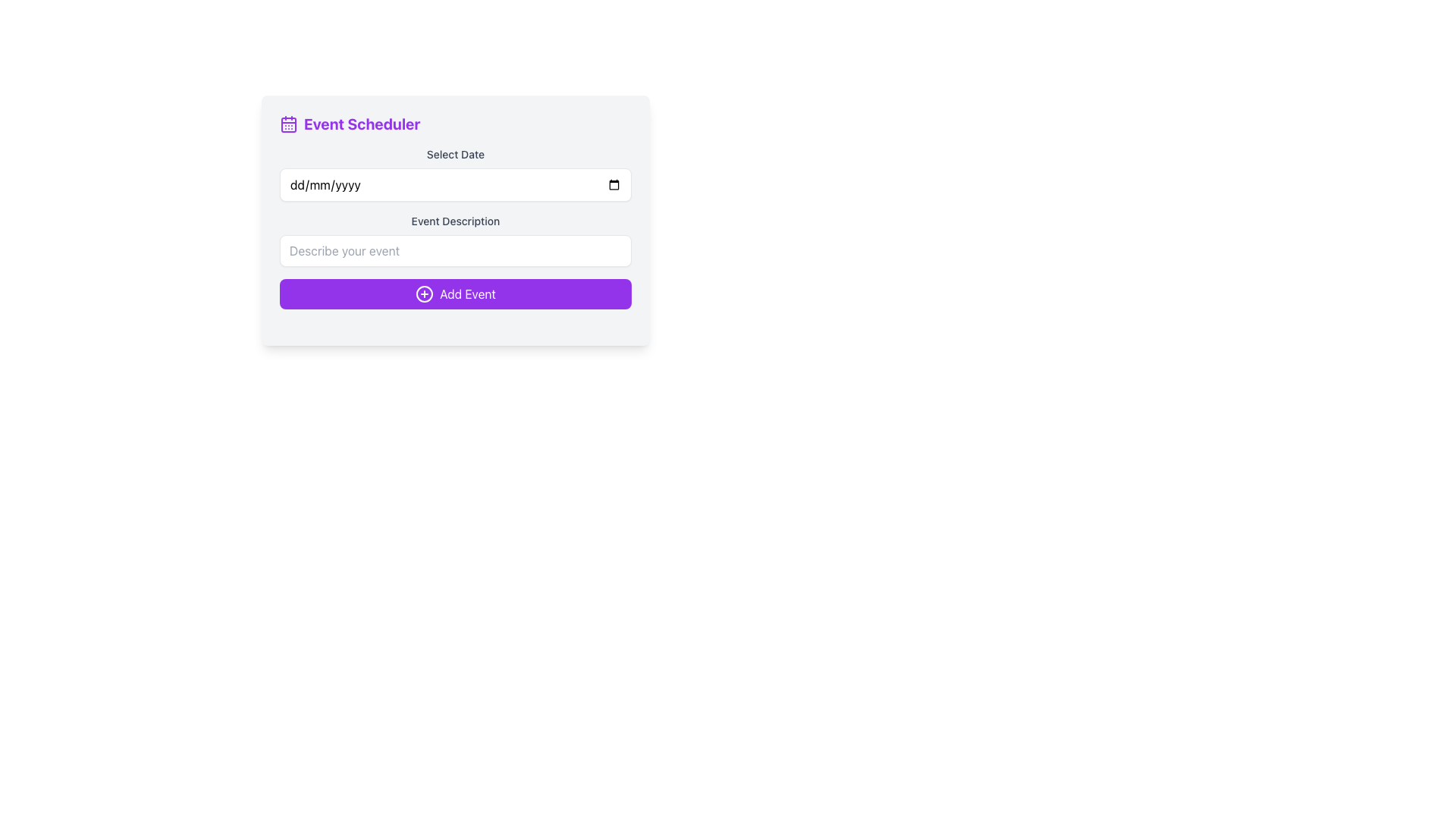 The width and height of the screenshot is (1456, 819). What do you see at coordinates (454, 294) in the screenshot?
I see `the 'Submit' button located at the bottom of the 'Event Scheduler' form` at bounding box center [454, 294].